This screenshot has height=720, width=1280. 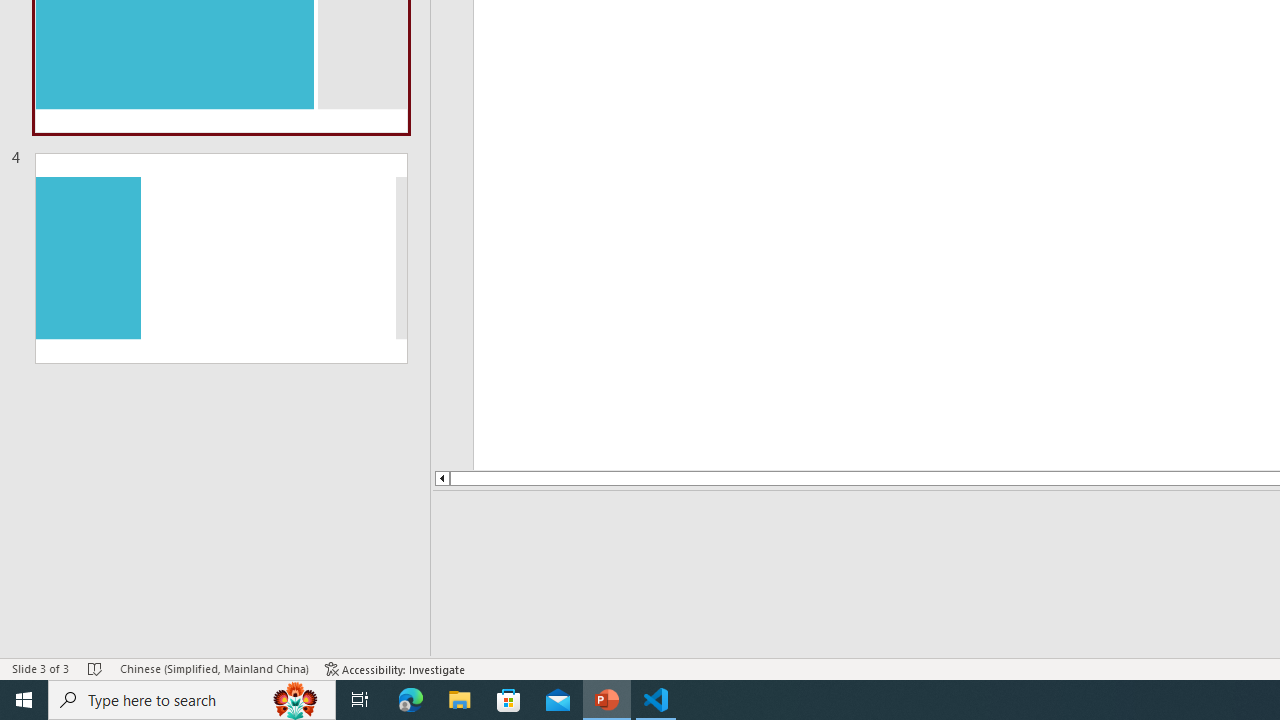 What do you see at coordinates (395, 669) in the screenshot?
I see `'Accessibility Checker Accessibility: Investigate'` at bounding box center [395, 669].